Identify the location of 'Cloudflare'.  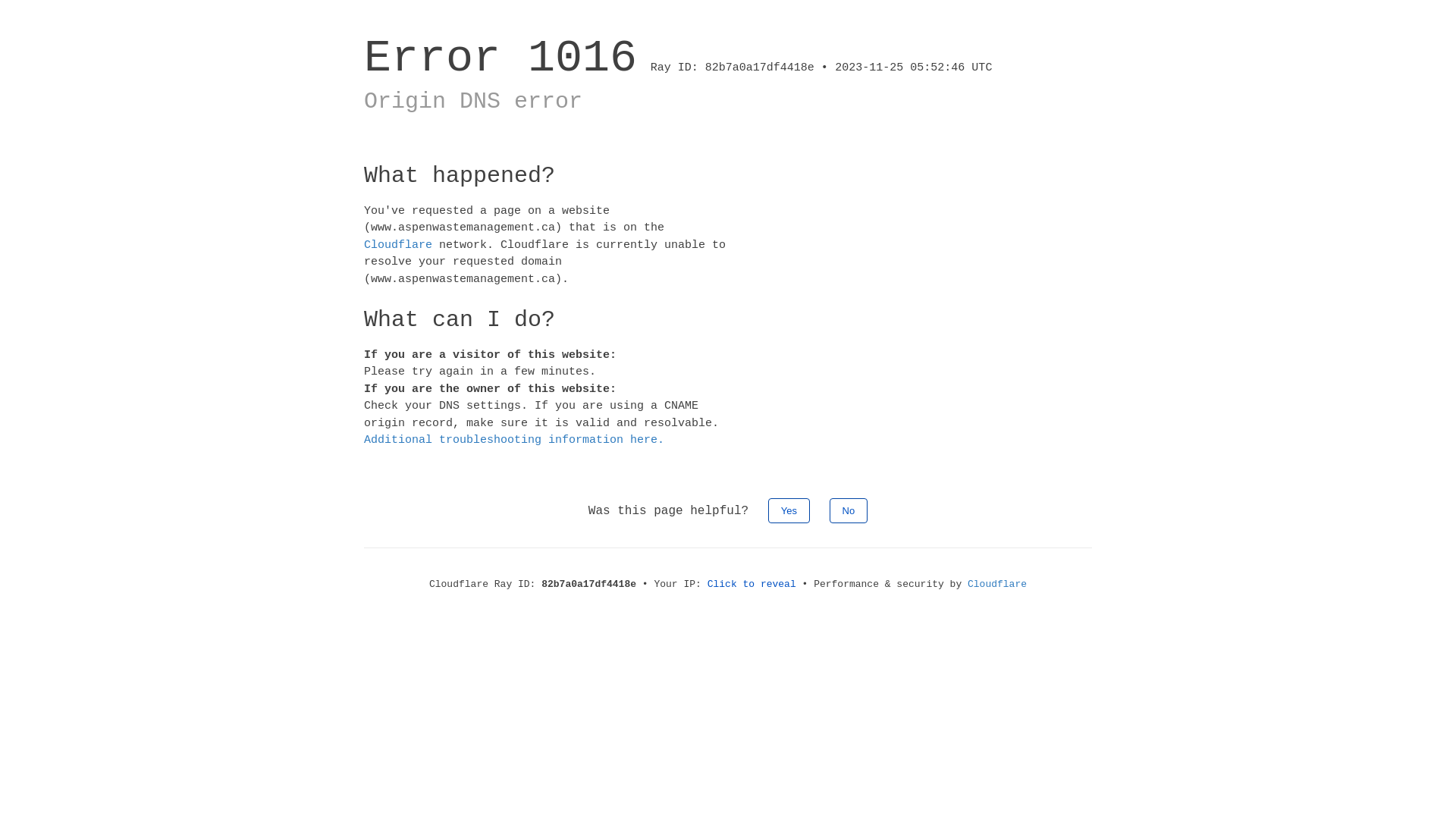
(397, 243).